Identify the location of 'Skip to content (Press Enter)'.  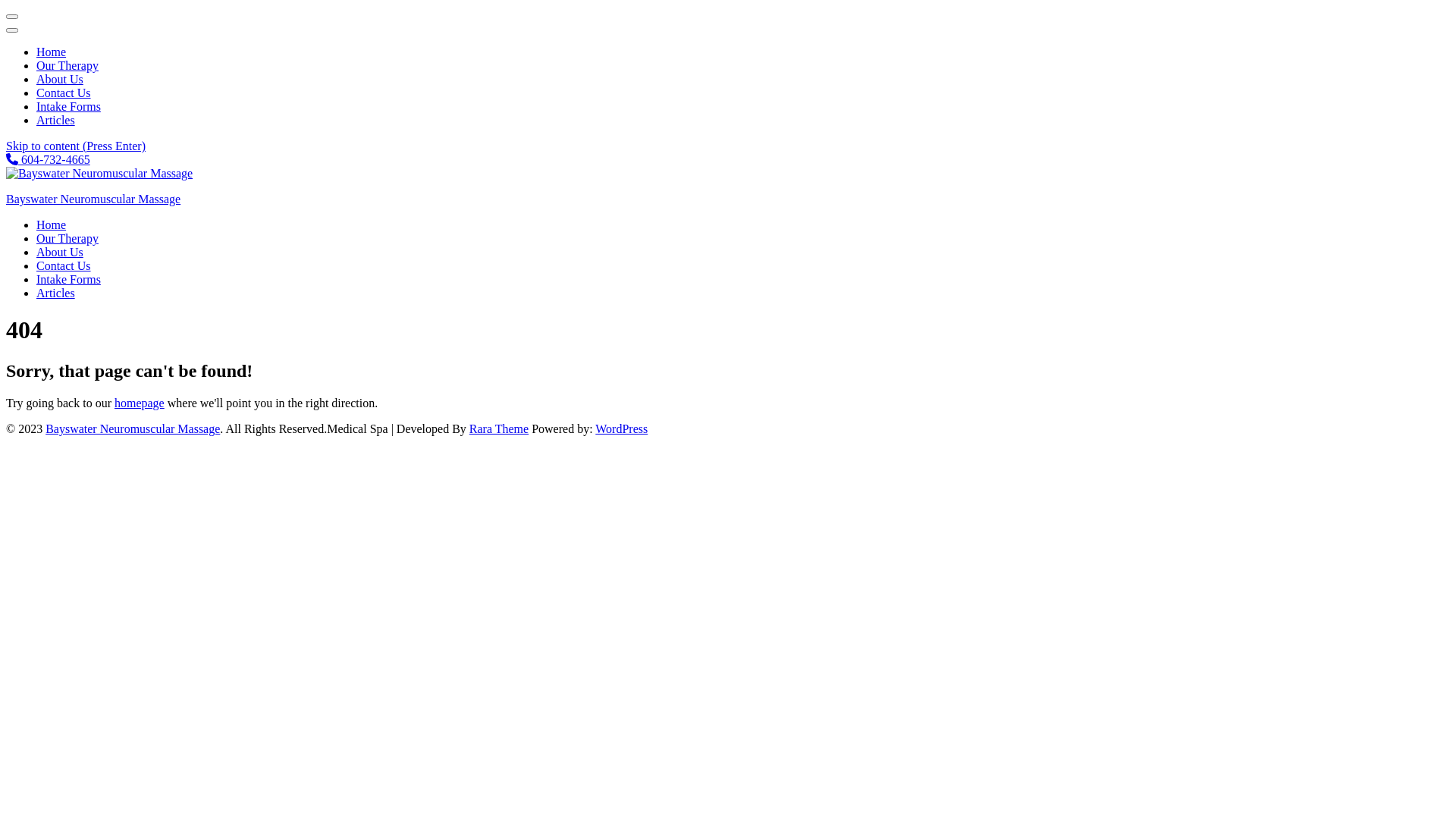
(75, 146).